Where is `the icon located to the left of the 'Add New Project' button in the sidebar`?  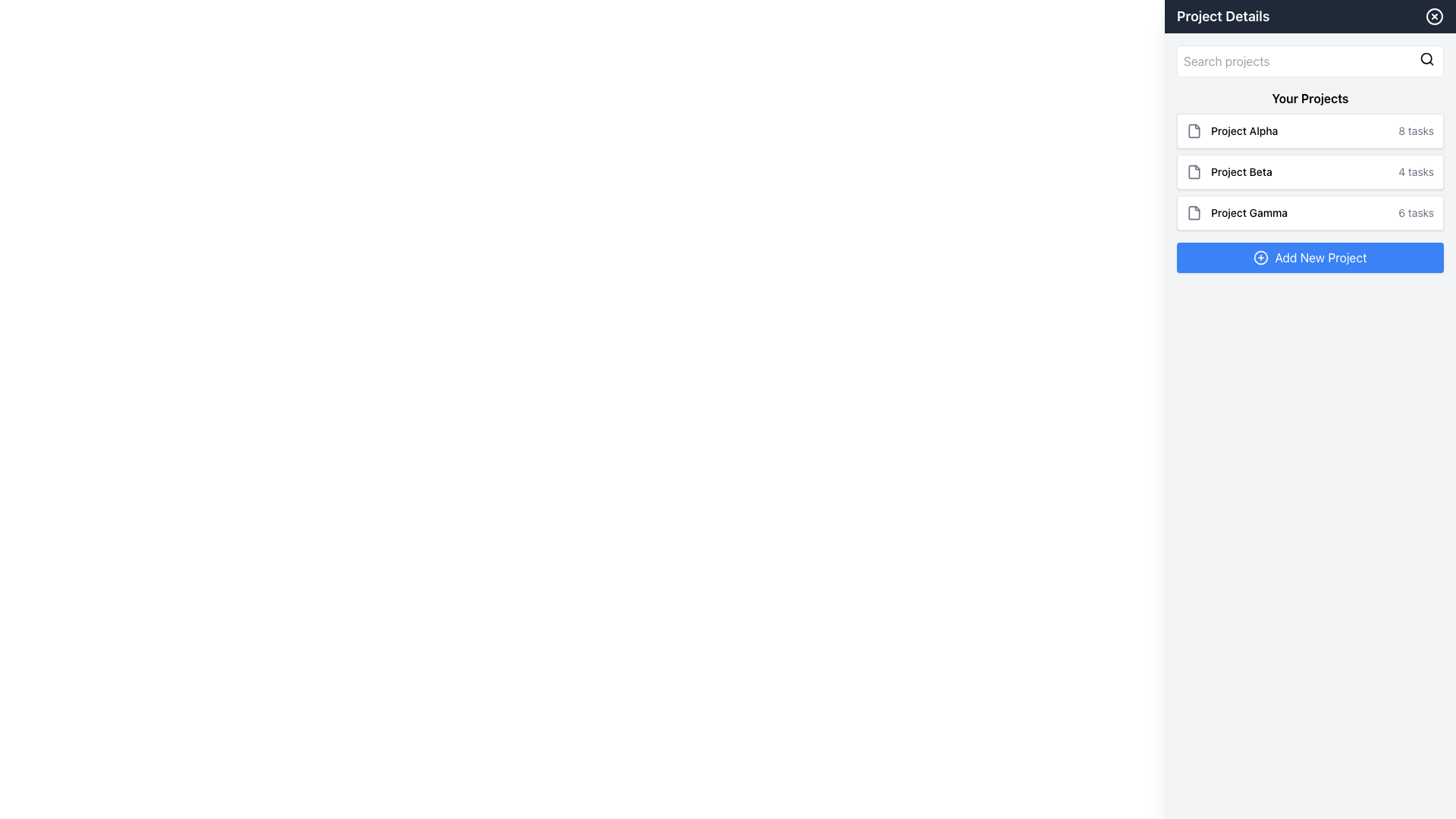
the icon located to the left of the 'Add New Project' button in the sidebar is located at coordinates (1261, 256).